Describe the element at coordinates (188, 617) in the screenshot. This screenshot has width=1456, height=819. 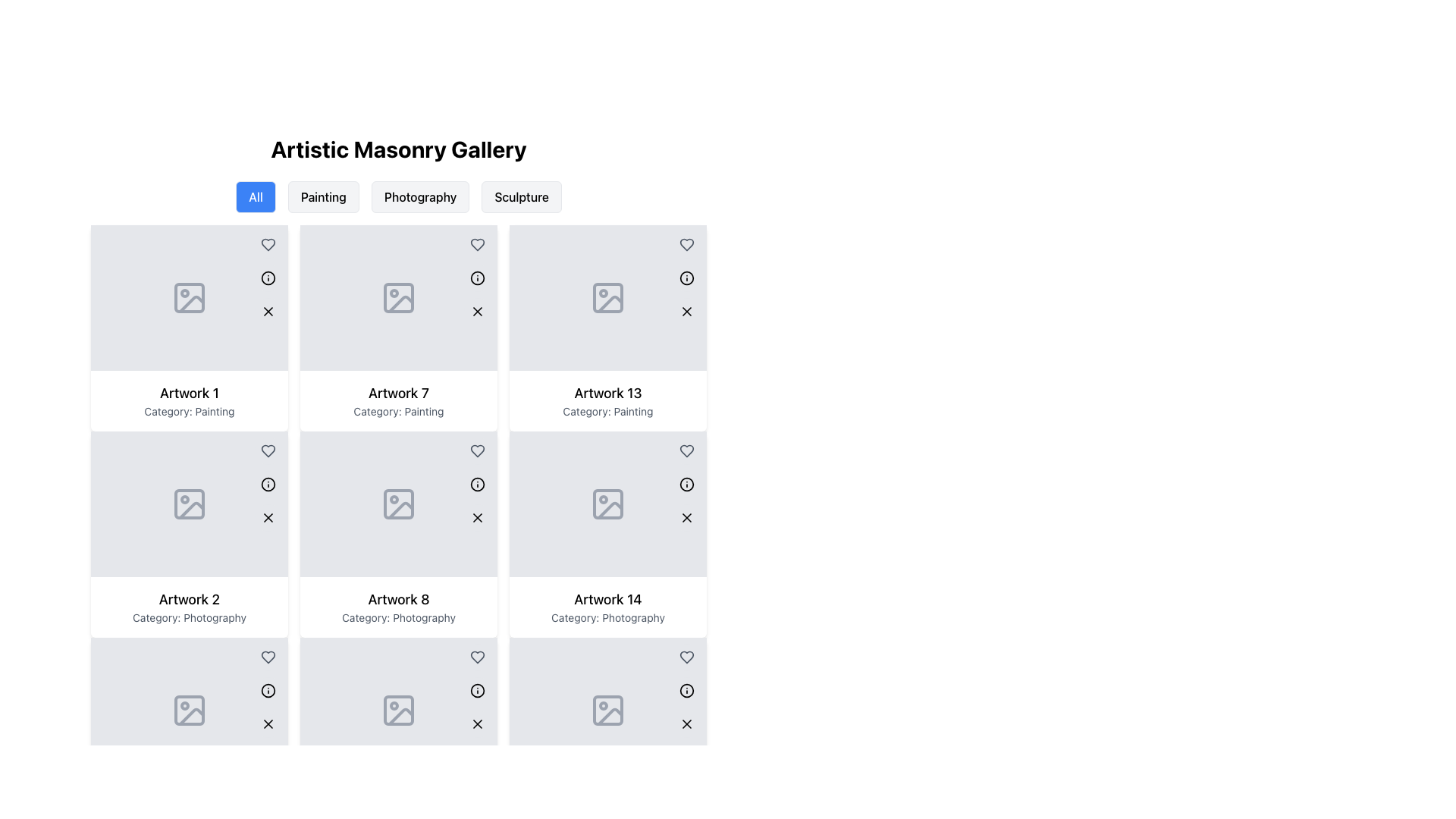
I see `the static text element that provides category information for the artwork depicted in the card located directly below 'Artwork 2' in the second row of the grid` at that location.